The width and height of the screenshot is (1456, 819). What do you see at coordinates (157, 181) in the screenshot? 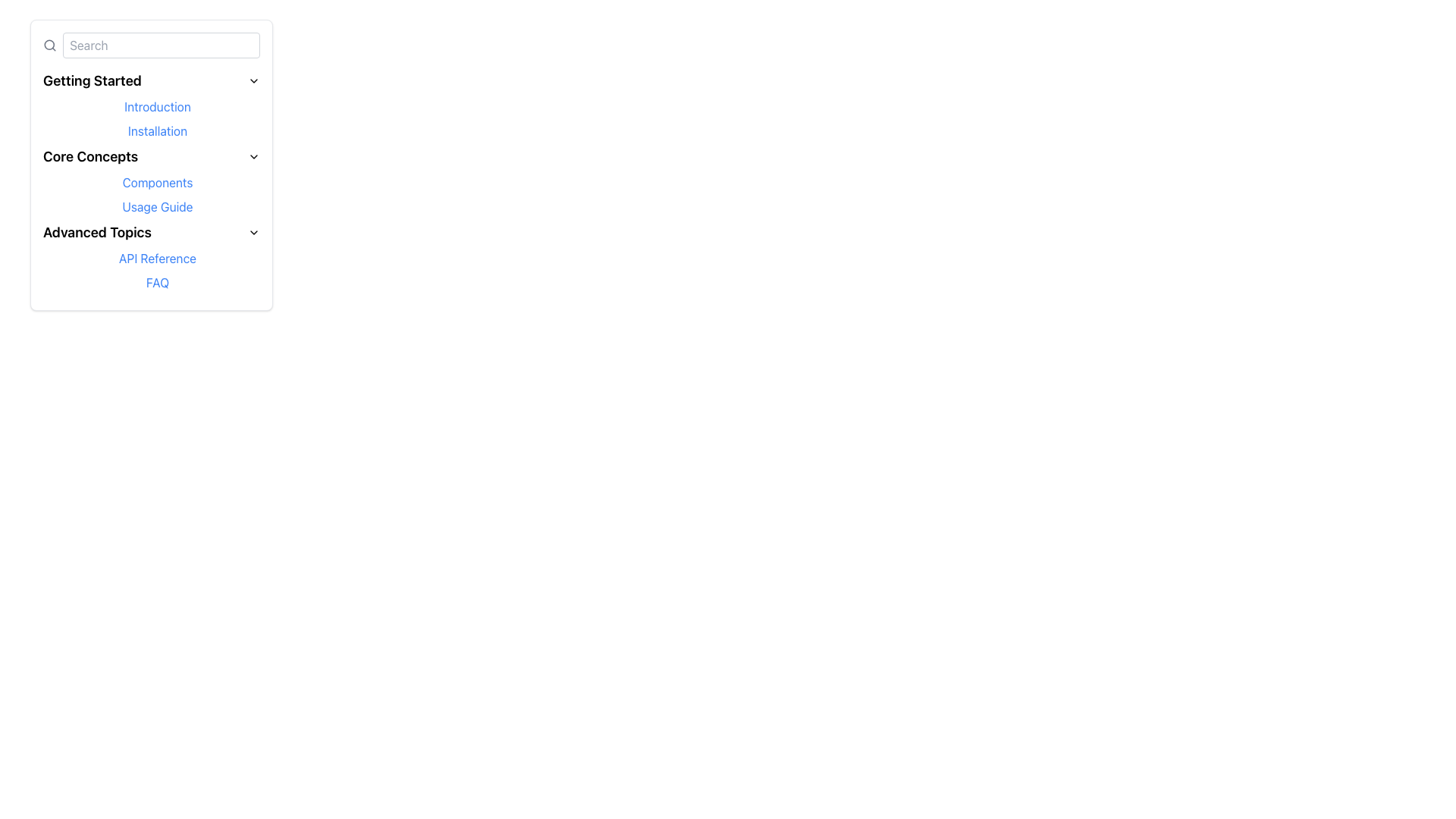
I see `the blue-colored, underlined text hyperlink labeled 'Components' located in the 'Core Concepts' section of the vertical sidebar` at bounding box center [157, 181].